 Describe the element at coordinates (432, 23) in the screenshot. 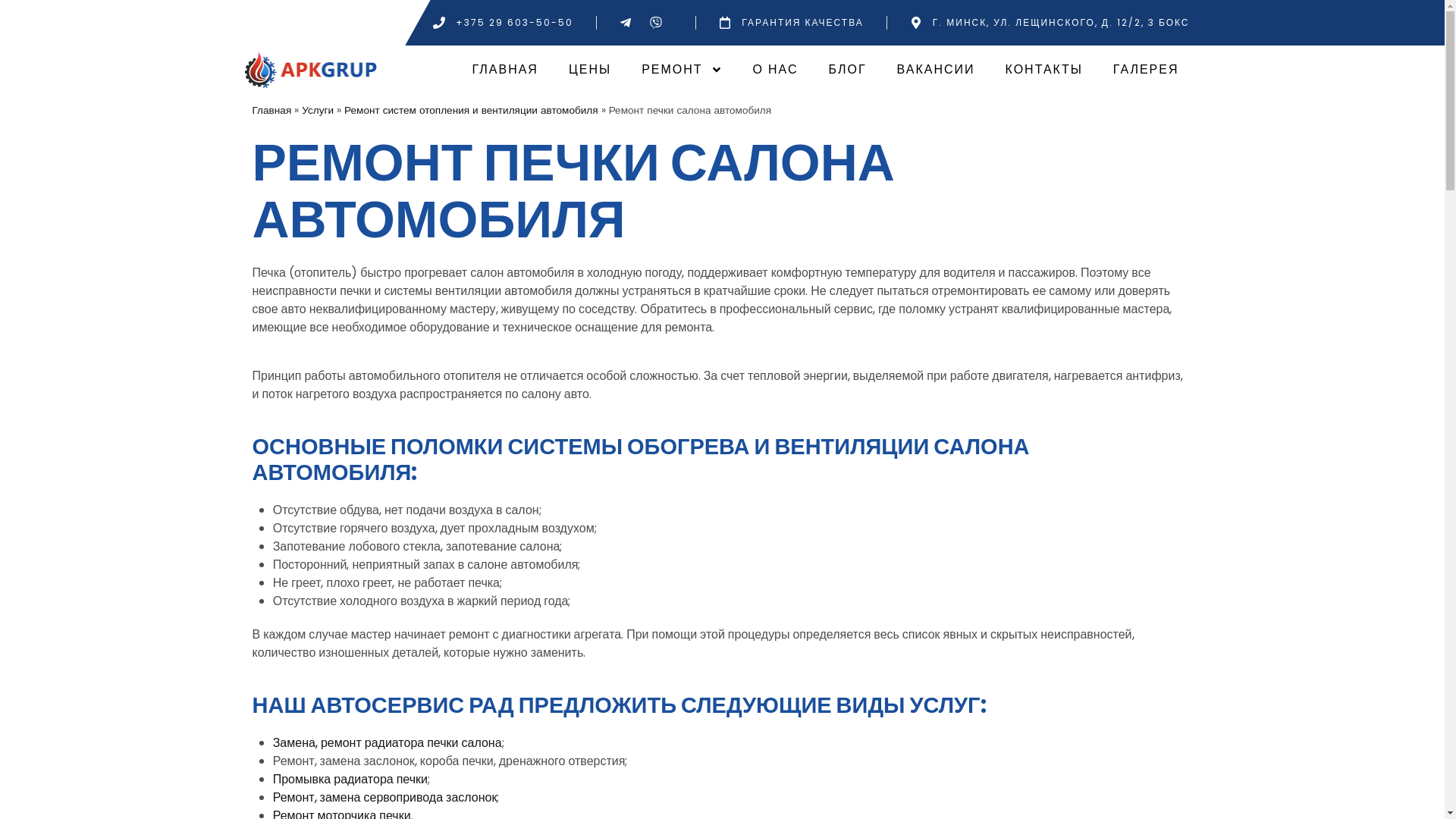

I see `'+375 29 603-50-50'` at that location.